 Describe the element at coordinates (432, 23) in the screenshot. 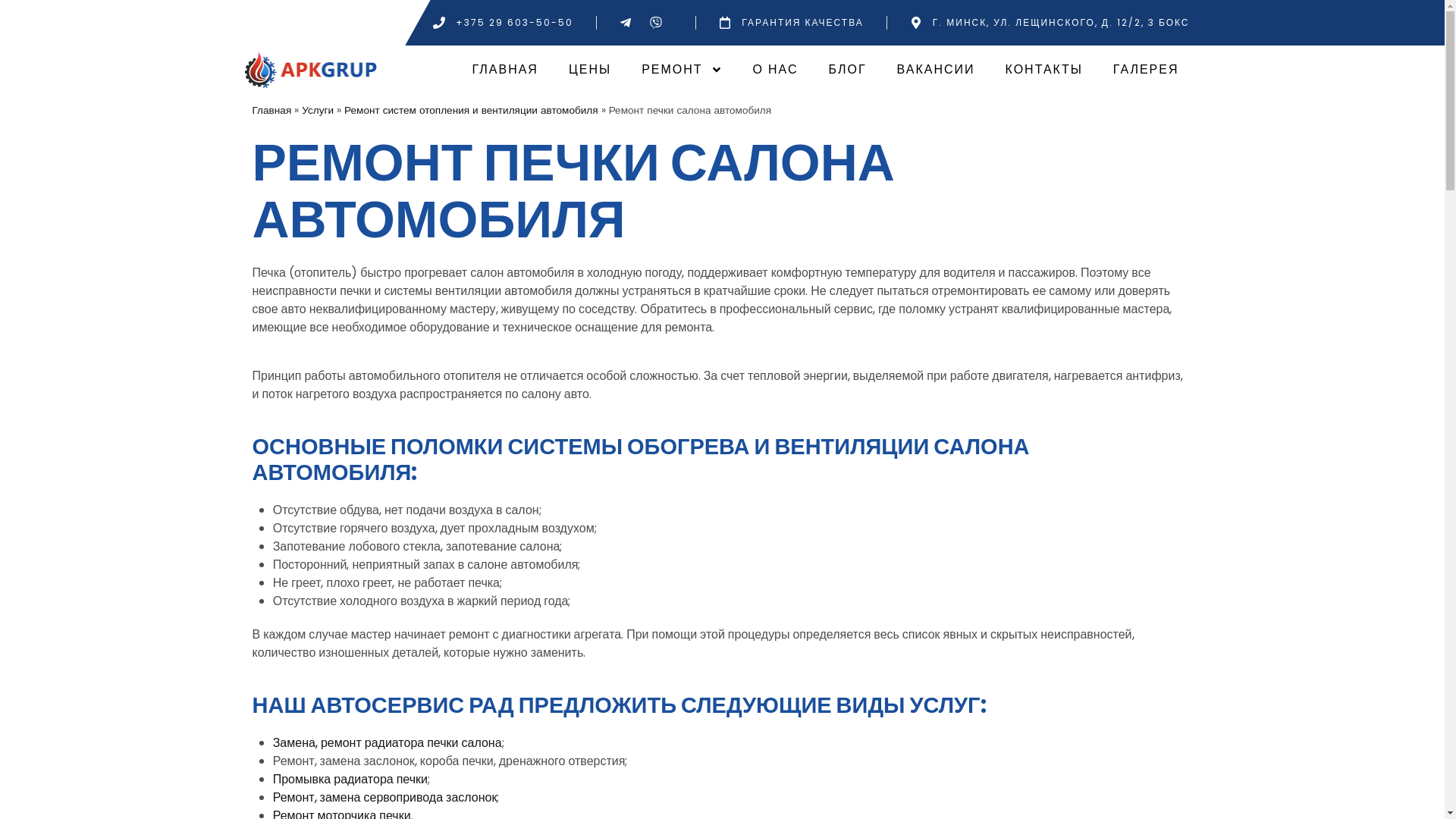

I see `'+375 29 603-50-50'` at that location.